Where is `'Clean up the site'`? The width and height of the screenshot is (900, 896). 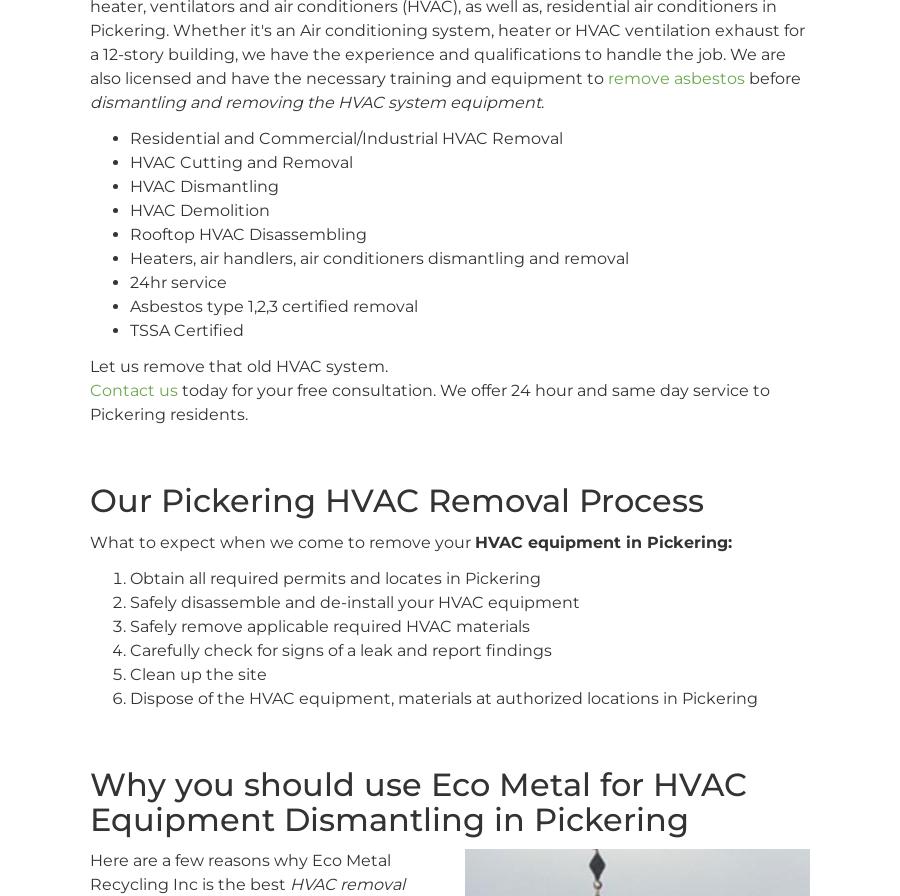
'Clean up the site' is located at coordinates (198, 673).